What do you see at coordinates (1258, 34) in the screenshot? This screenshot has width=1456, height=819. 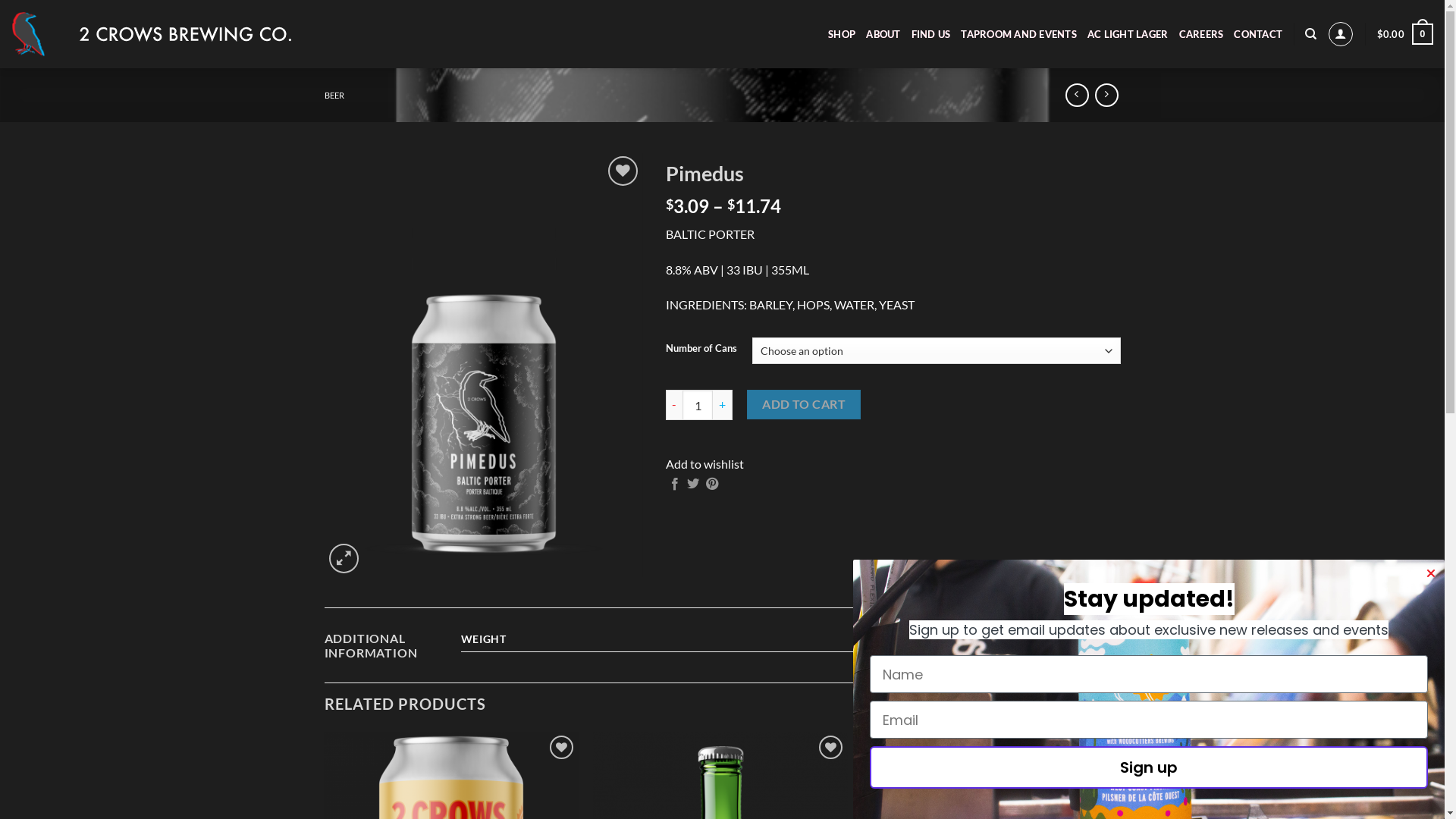 I see `'CONTACT'` at bounding box center [1258, 34].